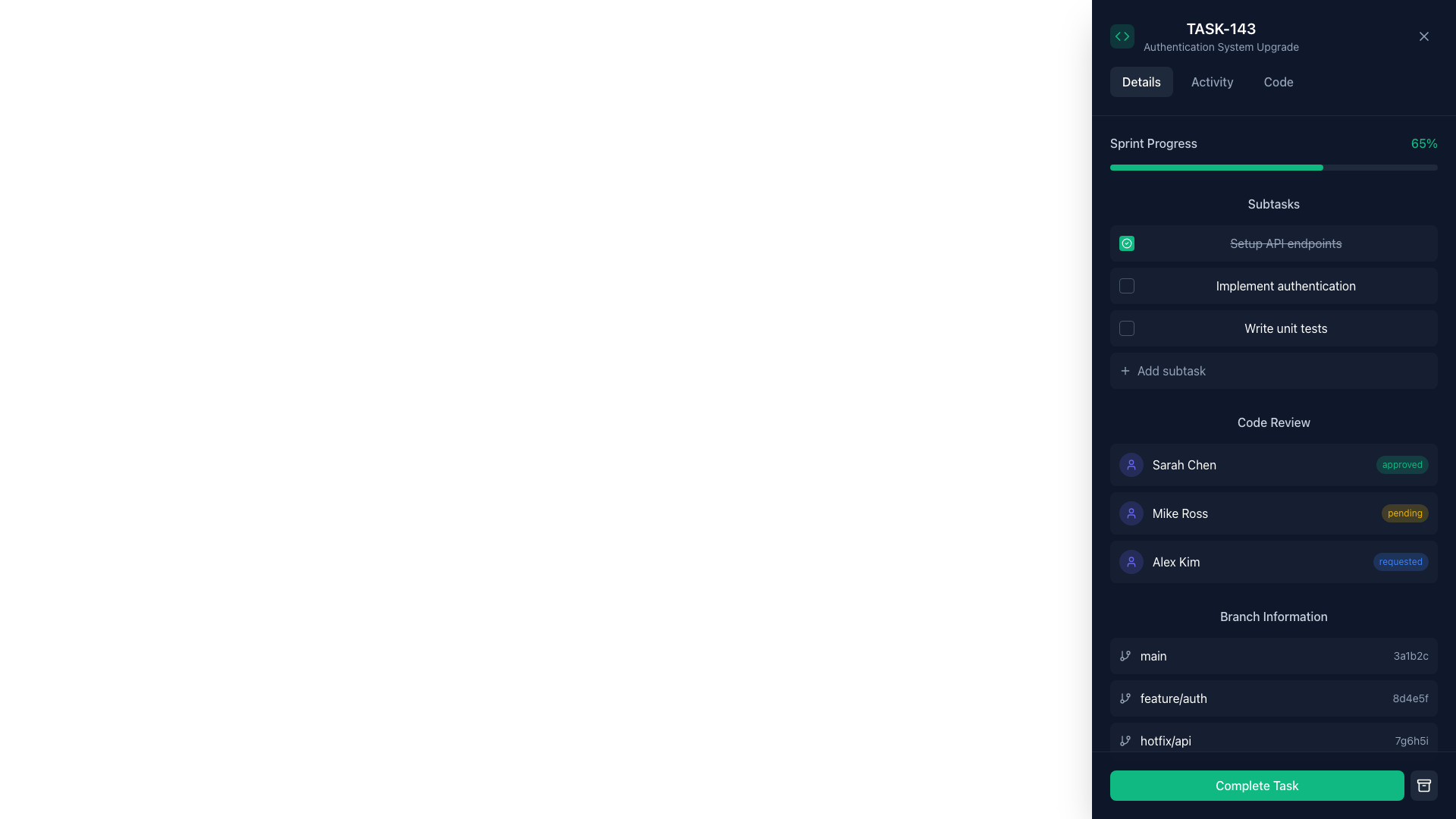 Image resolution: width=1456 pixels, height=819 pixels. Describe the element at coordinates (1125, 739) in the screenshot. I see `the appearance of the Git branch icon located in the 'Branch Information' section, to the left of the text 'hotfix/api'` at that location.